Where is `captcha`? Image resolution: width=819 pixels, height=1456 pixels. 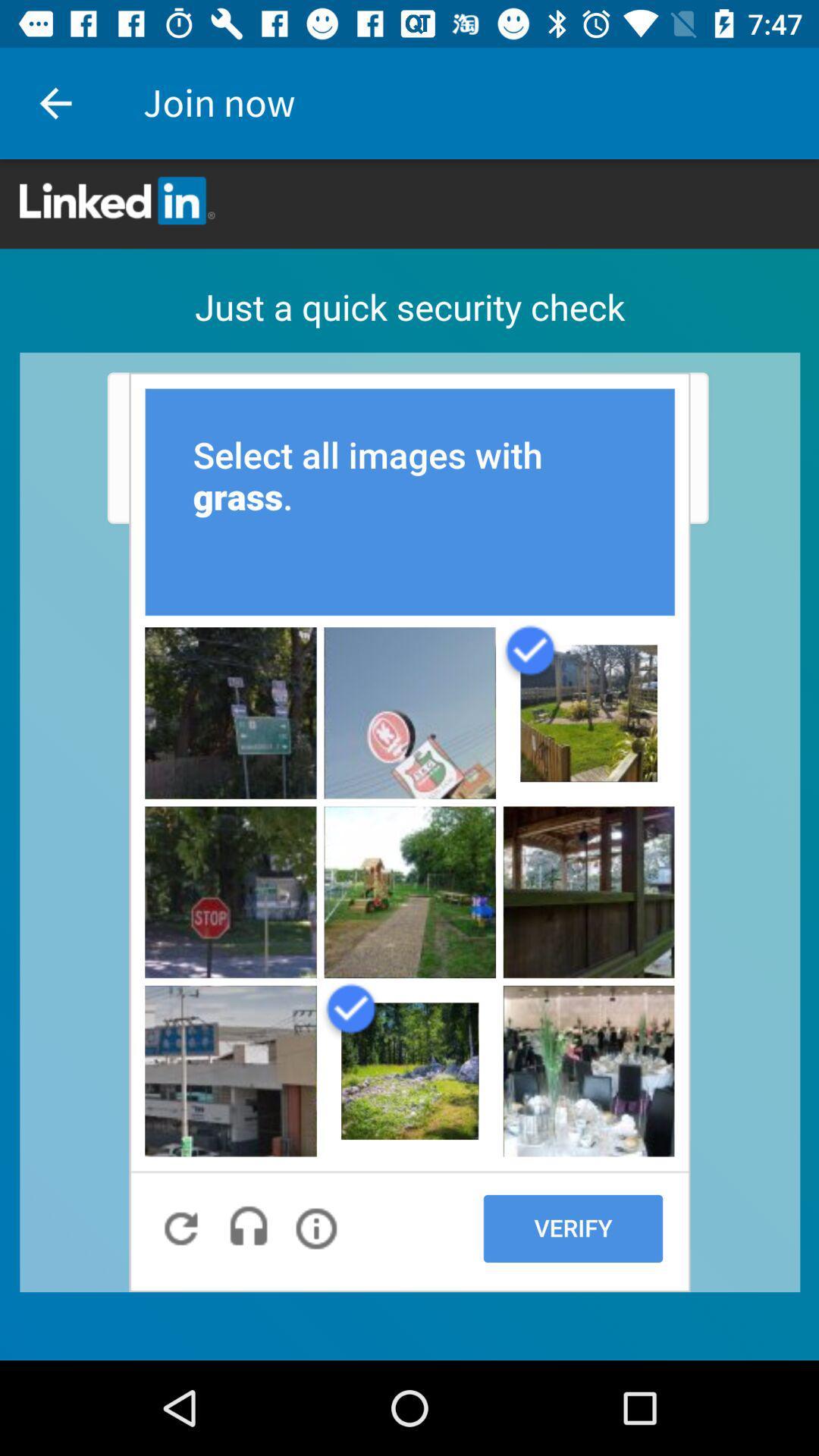
captcha is located at coordinates (409, 760).